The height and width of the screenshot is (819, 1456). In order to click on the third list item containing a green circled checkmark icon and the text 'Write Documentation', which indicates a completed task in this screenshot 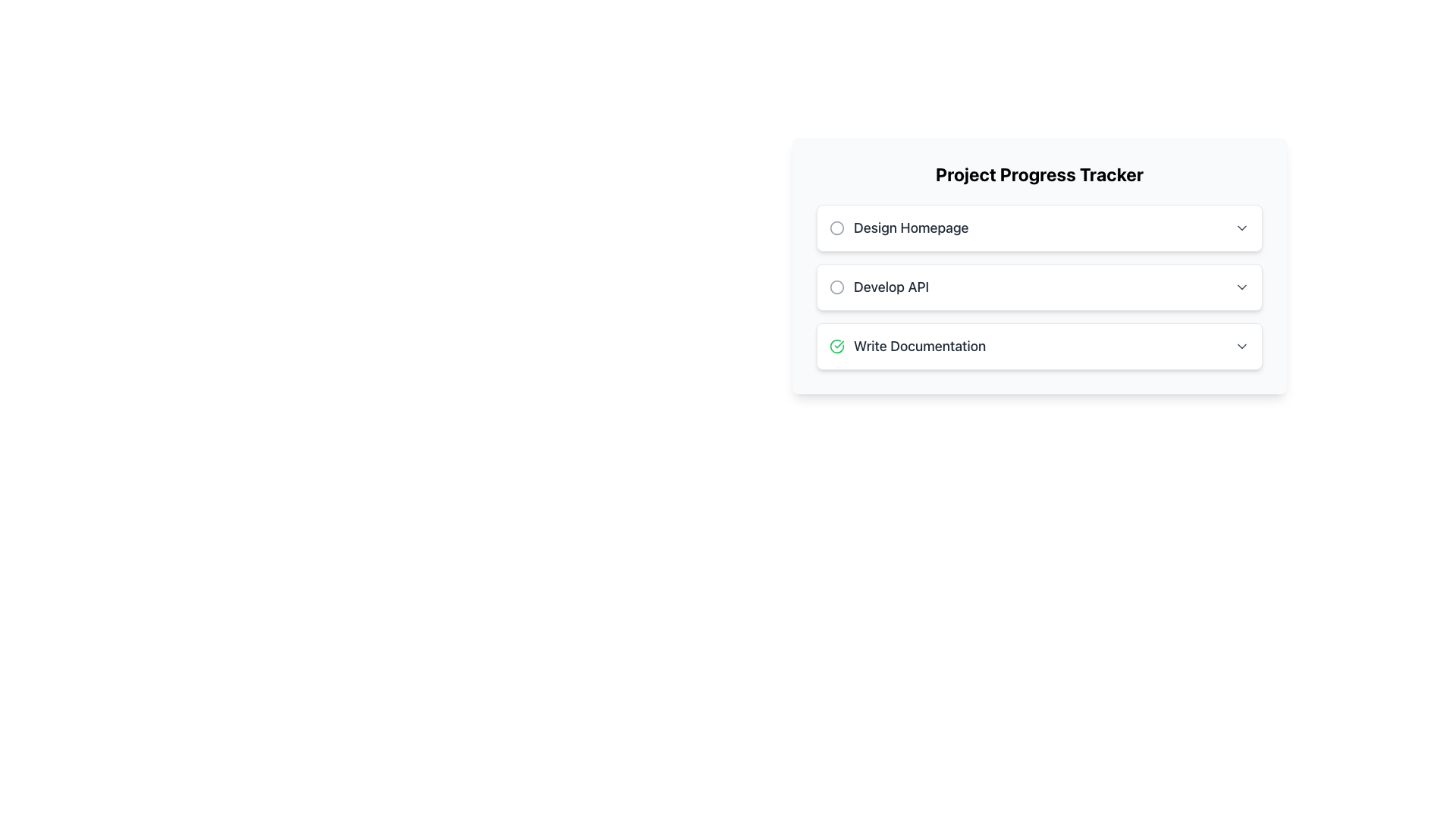, I will do `click(908, 346)`.